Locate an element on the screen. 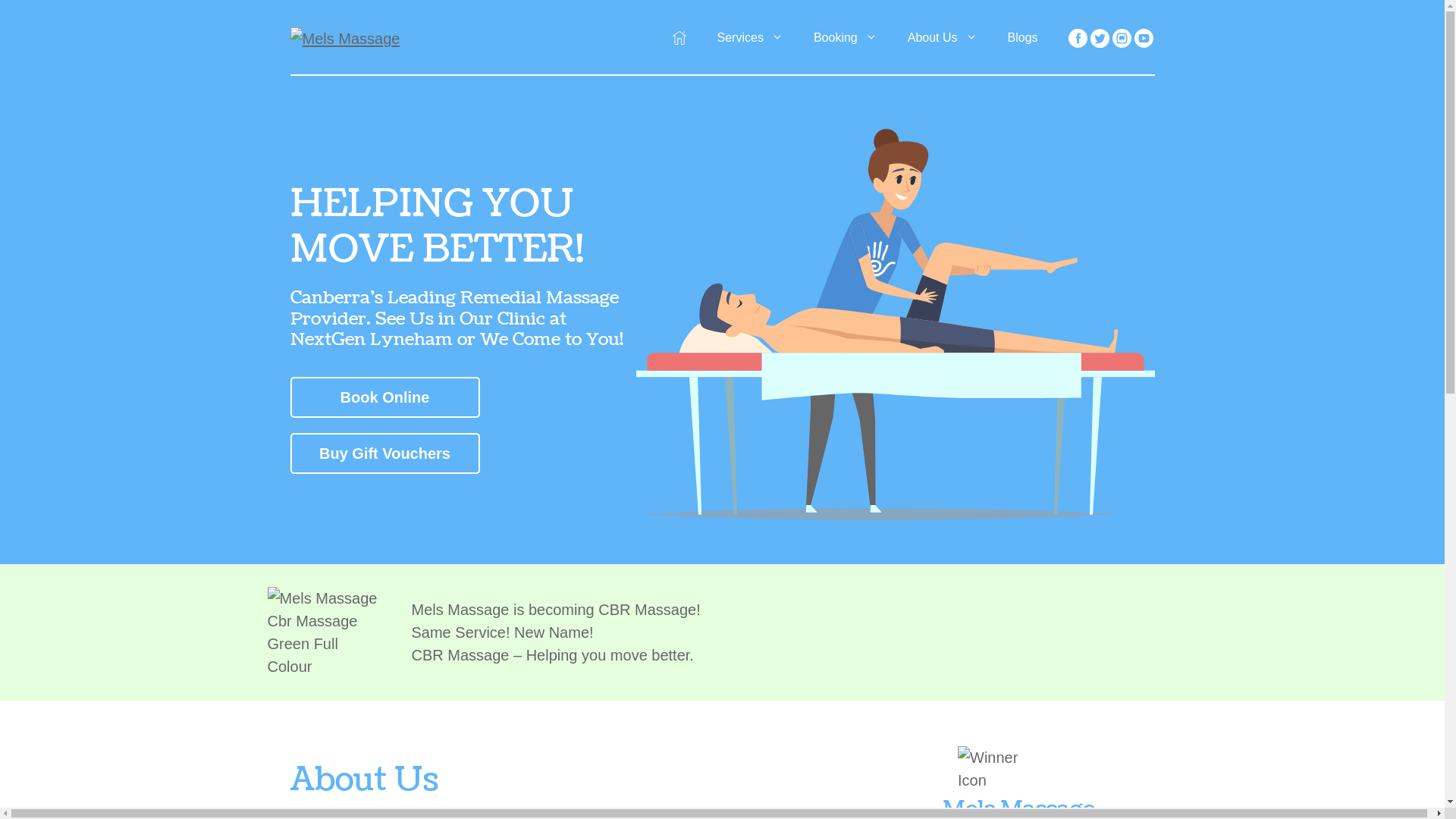 This screenshot has height=819, width=1456. 'Mels Massage' is located at coordinates (344, 37).